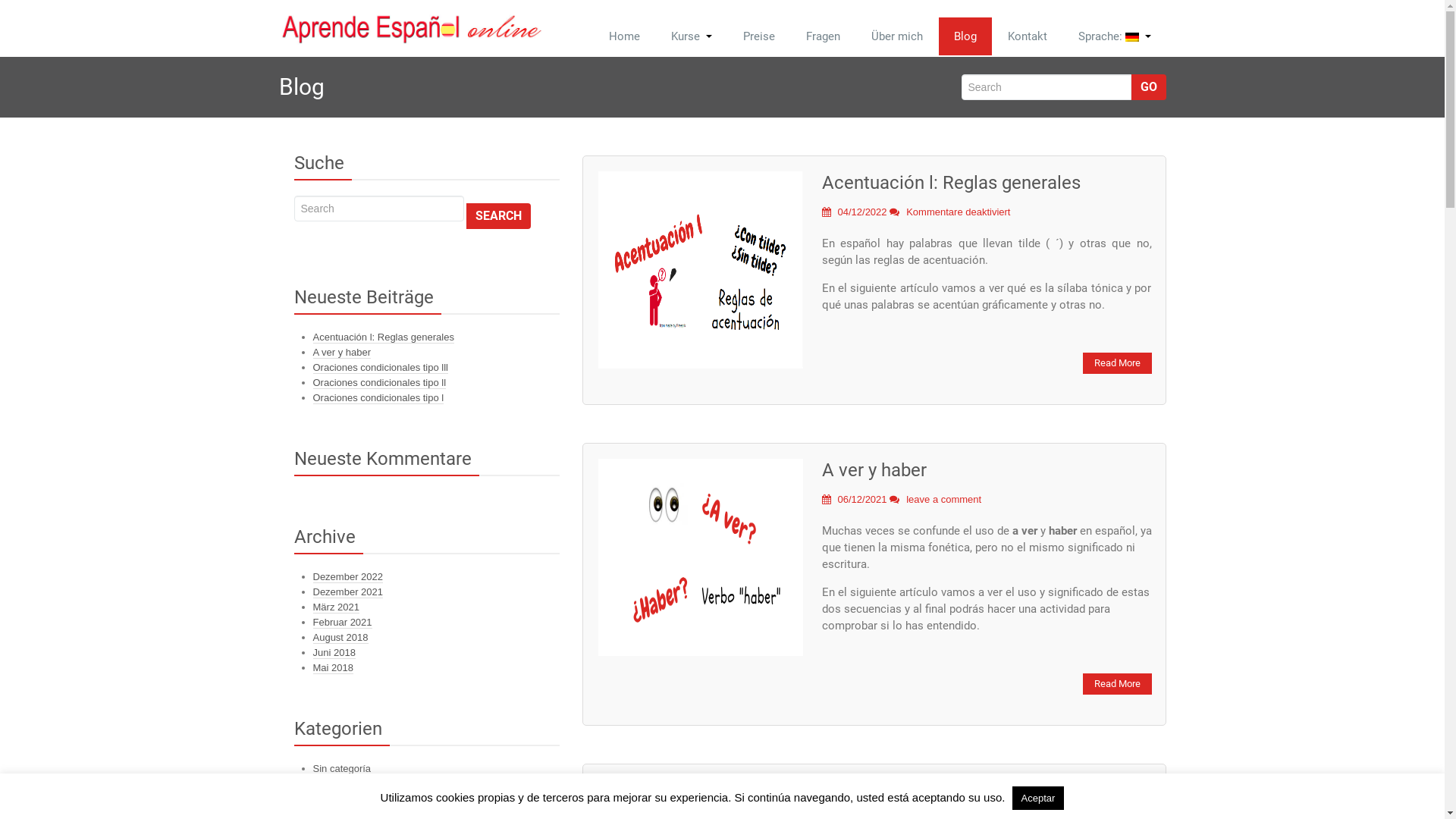 This screenshot has width=1456, height=819. Describe the element at coordinates (378, 397) in the screenshot. I see `'Oraciones condicionales tipo l'` at that location.